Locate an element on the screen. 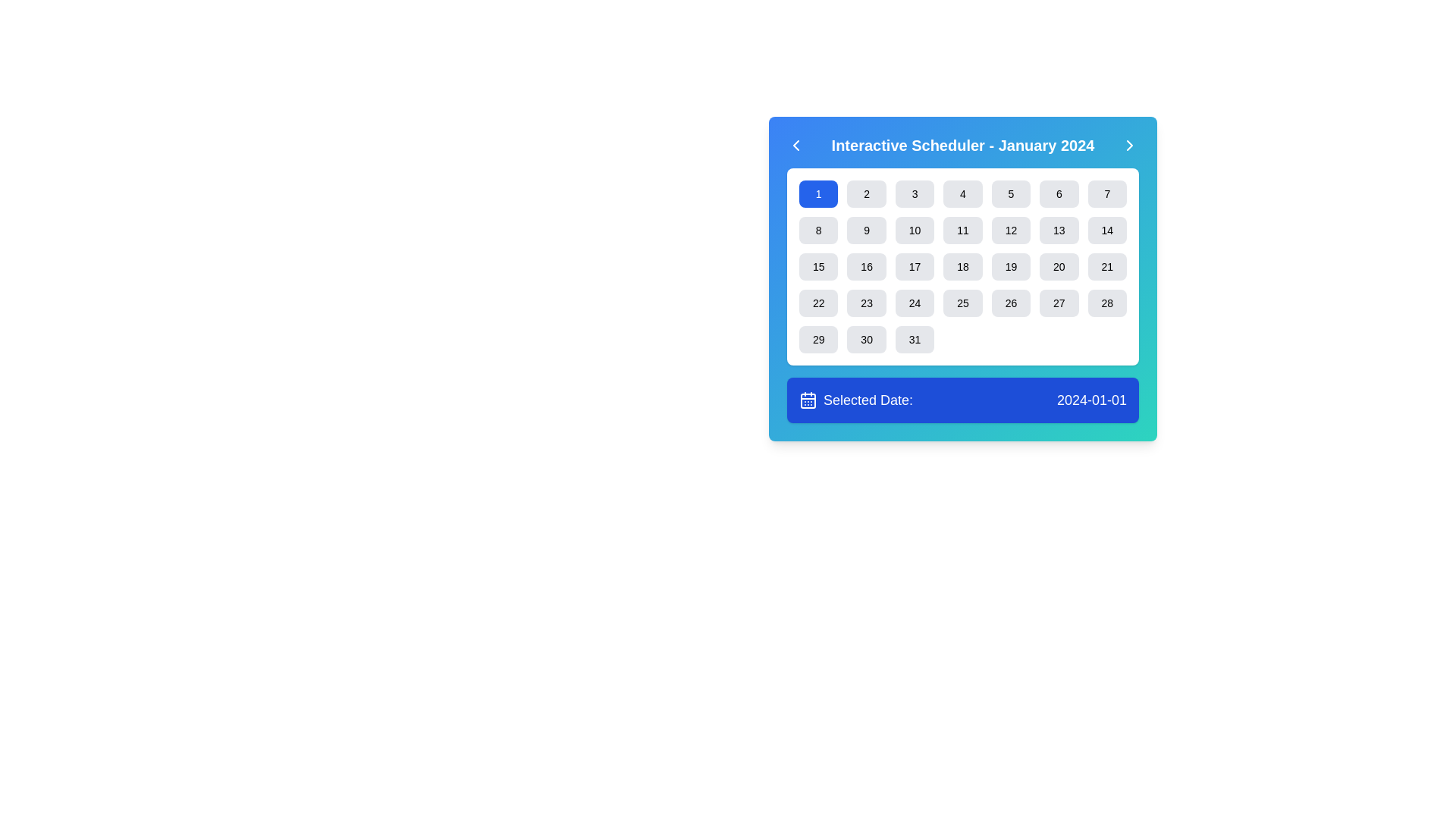 This screenshot has height=819, width=1456. the Text label that displays the currently selected date from the calendar, located in the bottom-right corner of the 'Selected Date:' section is located at coordinates (1092, 400).